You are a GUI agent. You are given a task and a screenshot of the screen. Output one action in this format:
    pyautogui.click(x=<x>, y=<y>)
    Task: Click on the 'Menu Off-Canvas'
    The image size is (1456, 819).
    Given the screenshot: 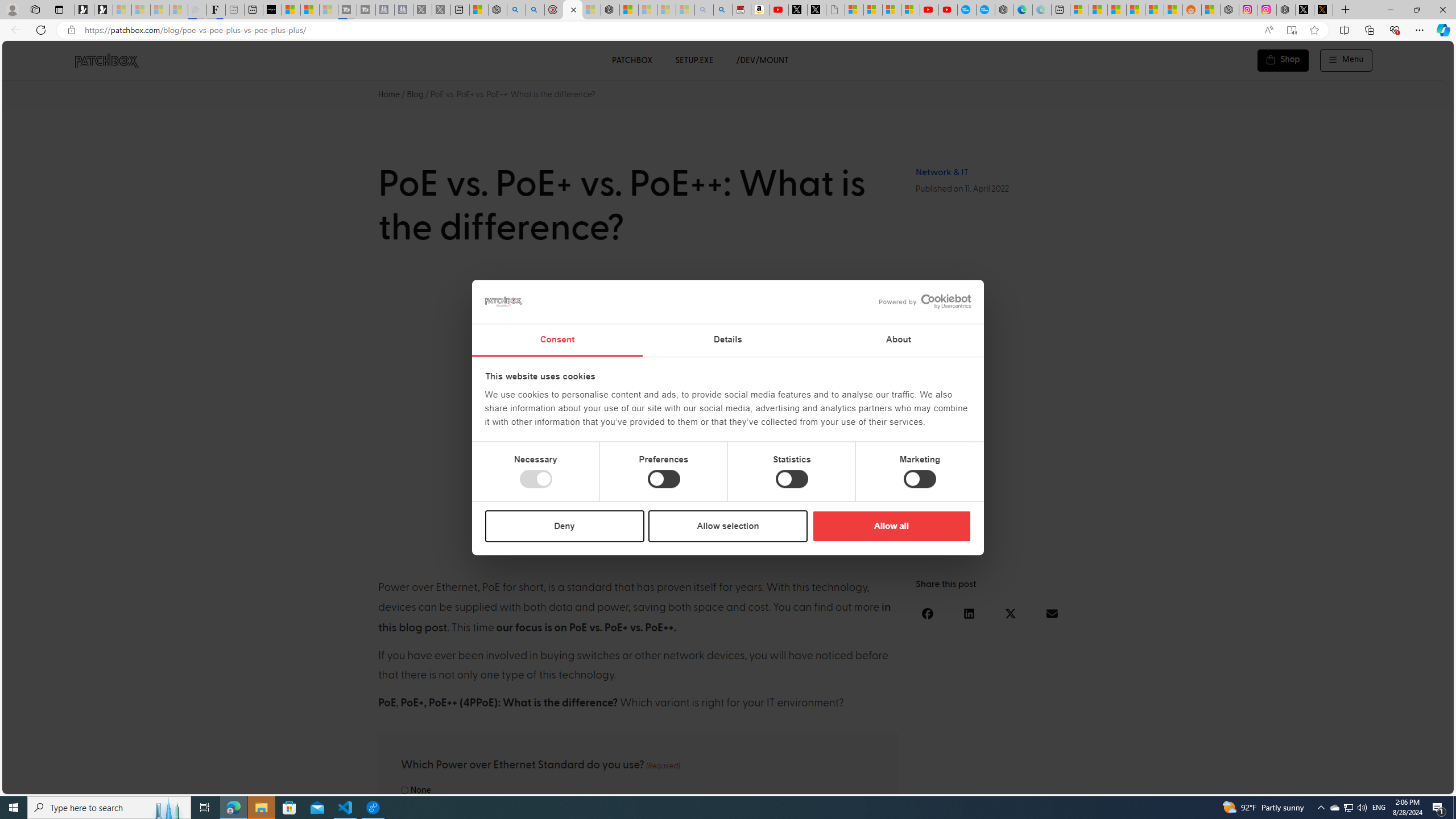 What is the action you would take?
    pyautogui.click(x=1347, y=60)
    